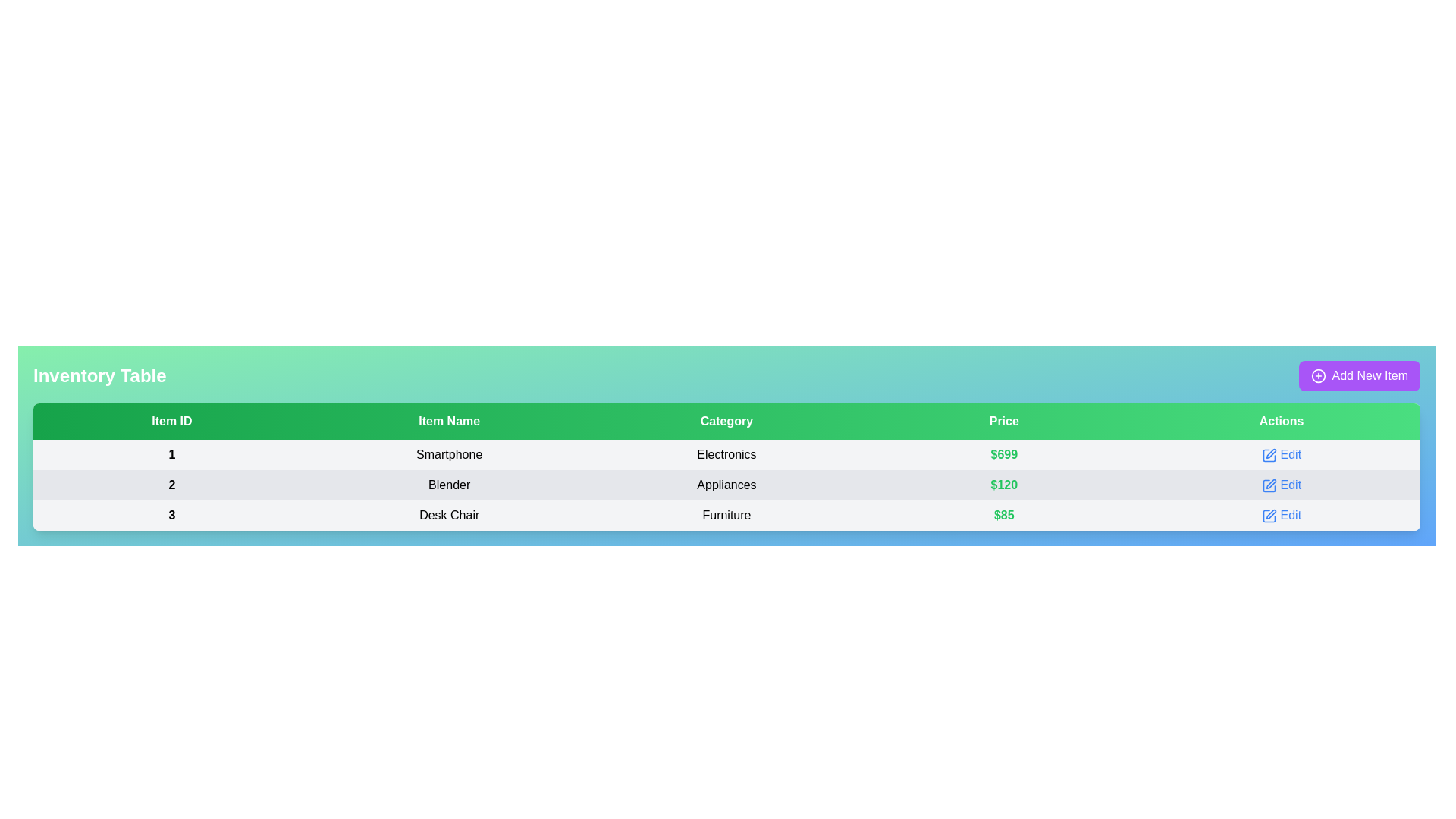 This screenshot has height=819, width=1456. I want to click on the text 'Smartphone' located in the second column of the first data row under the 'Item Name' heading, so click(448, 454).